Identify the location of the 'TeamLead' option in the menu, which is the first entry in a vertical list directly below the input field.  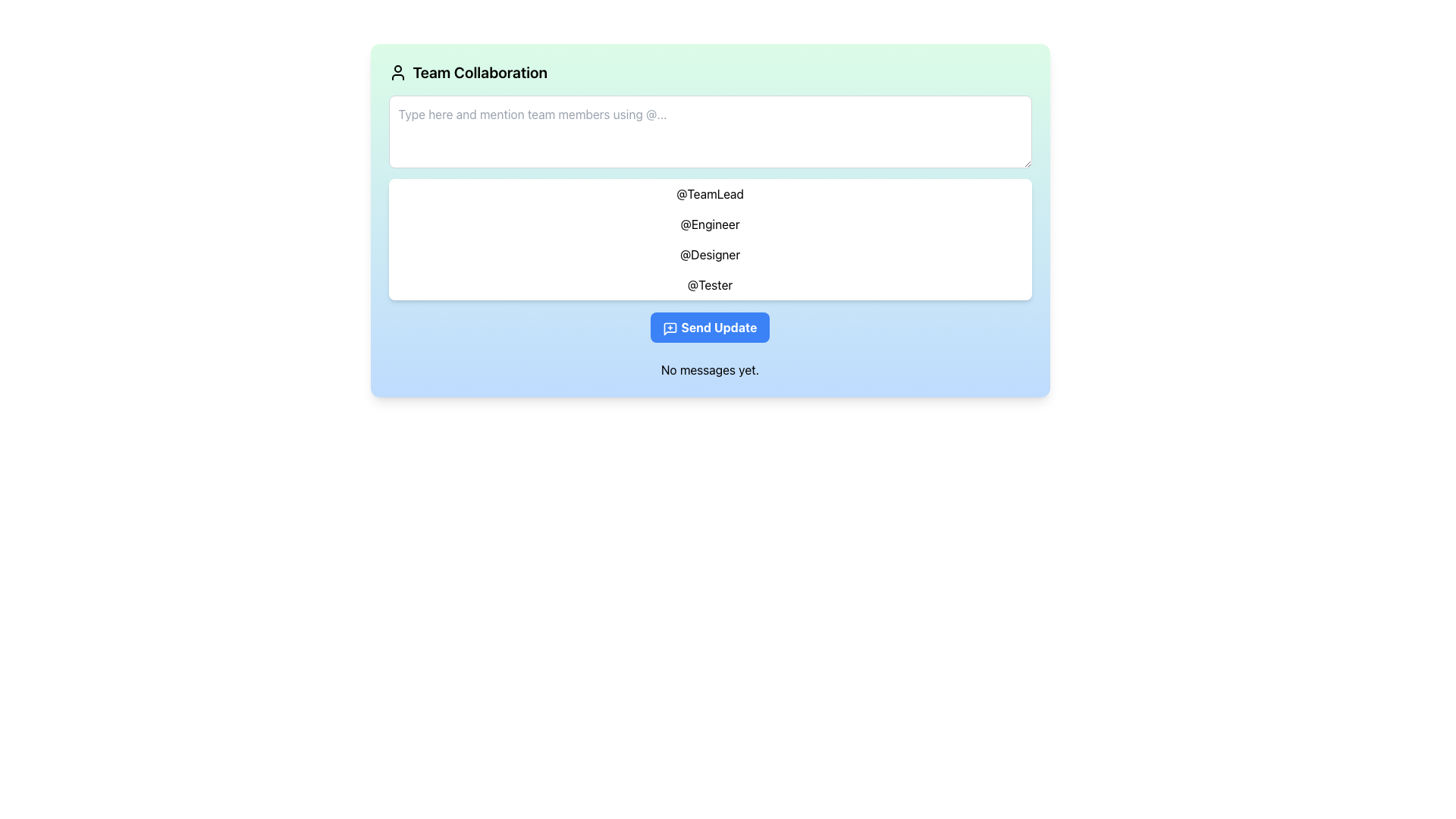
(709, 193).